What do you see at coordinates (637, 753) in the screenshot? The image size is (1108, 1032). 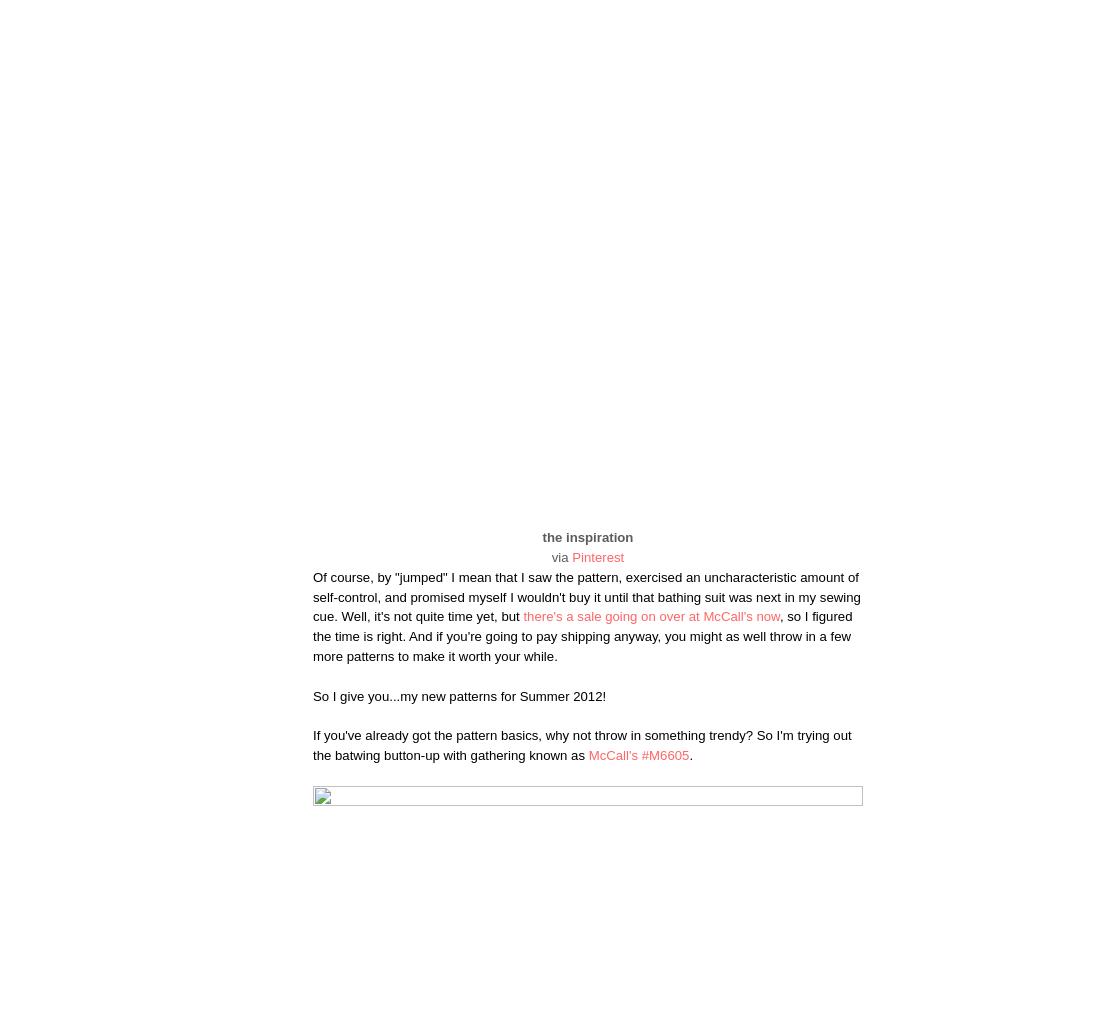 I see `'McCall's #M6605'` at bounding box center [637, 753].